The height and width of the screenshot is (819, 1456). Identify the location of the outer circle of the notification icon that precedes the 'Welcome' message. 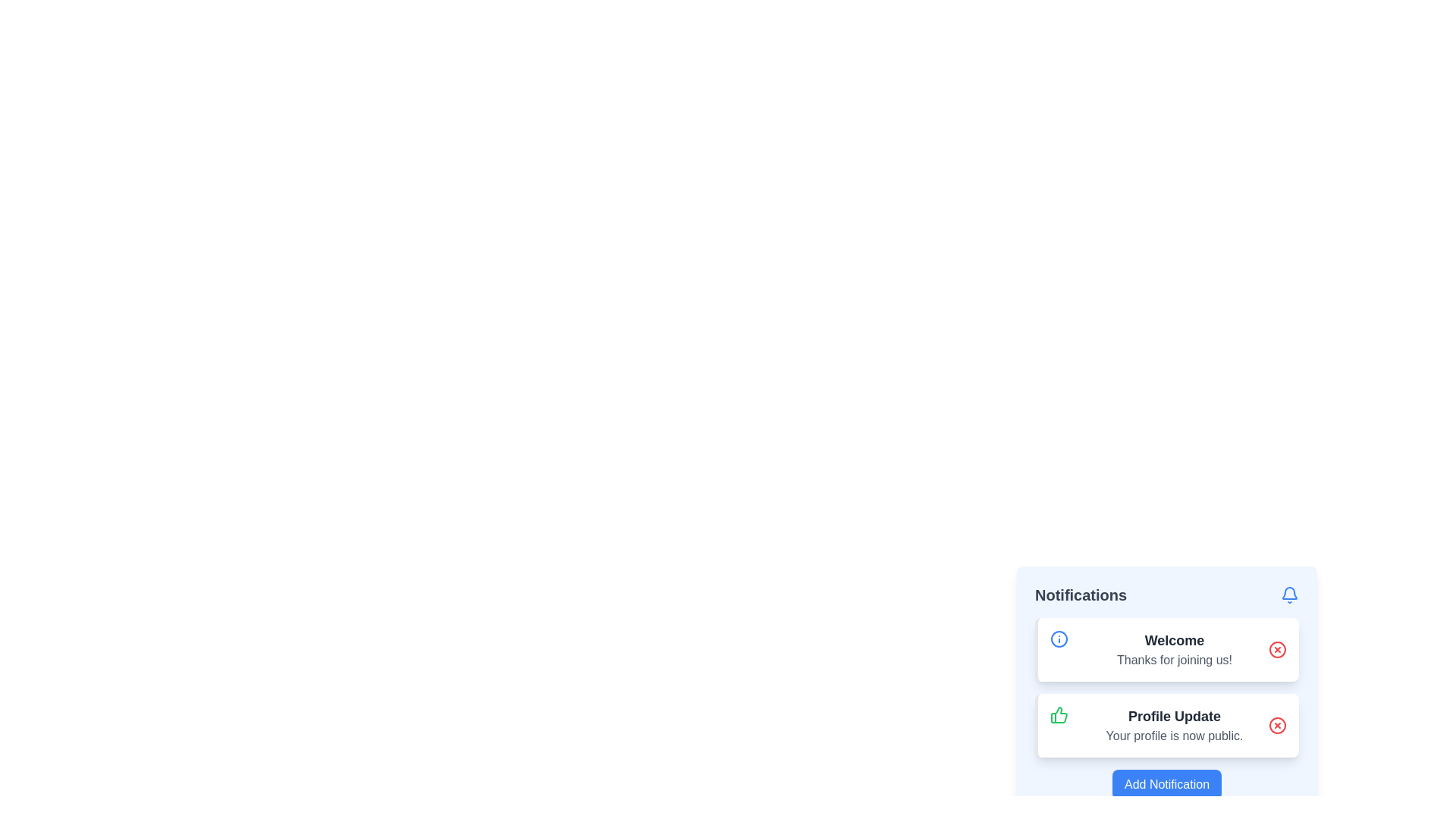
(1058, 639).